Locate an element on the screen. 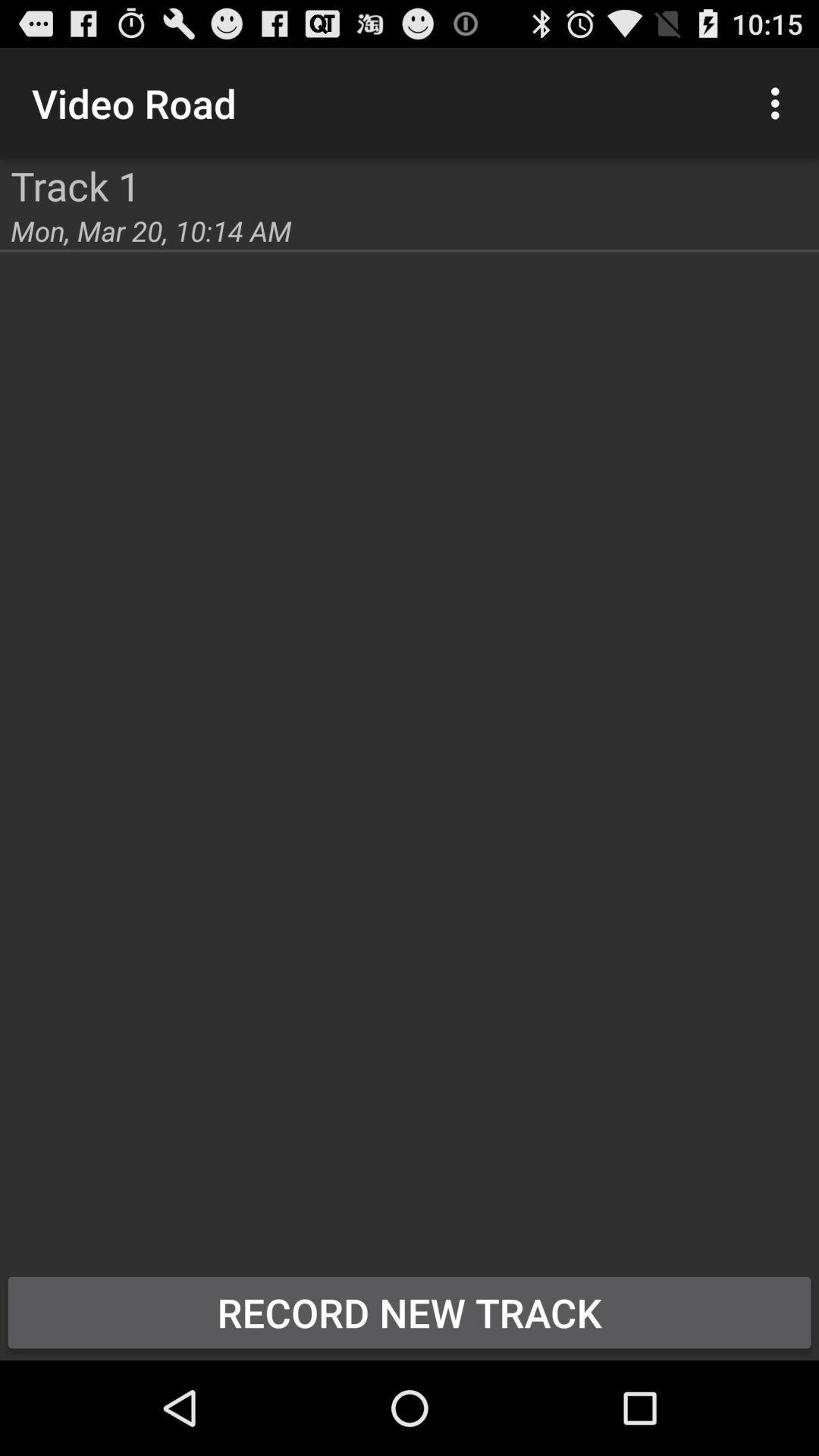  the app above mon mar 20 icon is located at coordinates (75, 184).